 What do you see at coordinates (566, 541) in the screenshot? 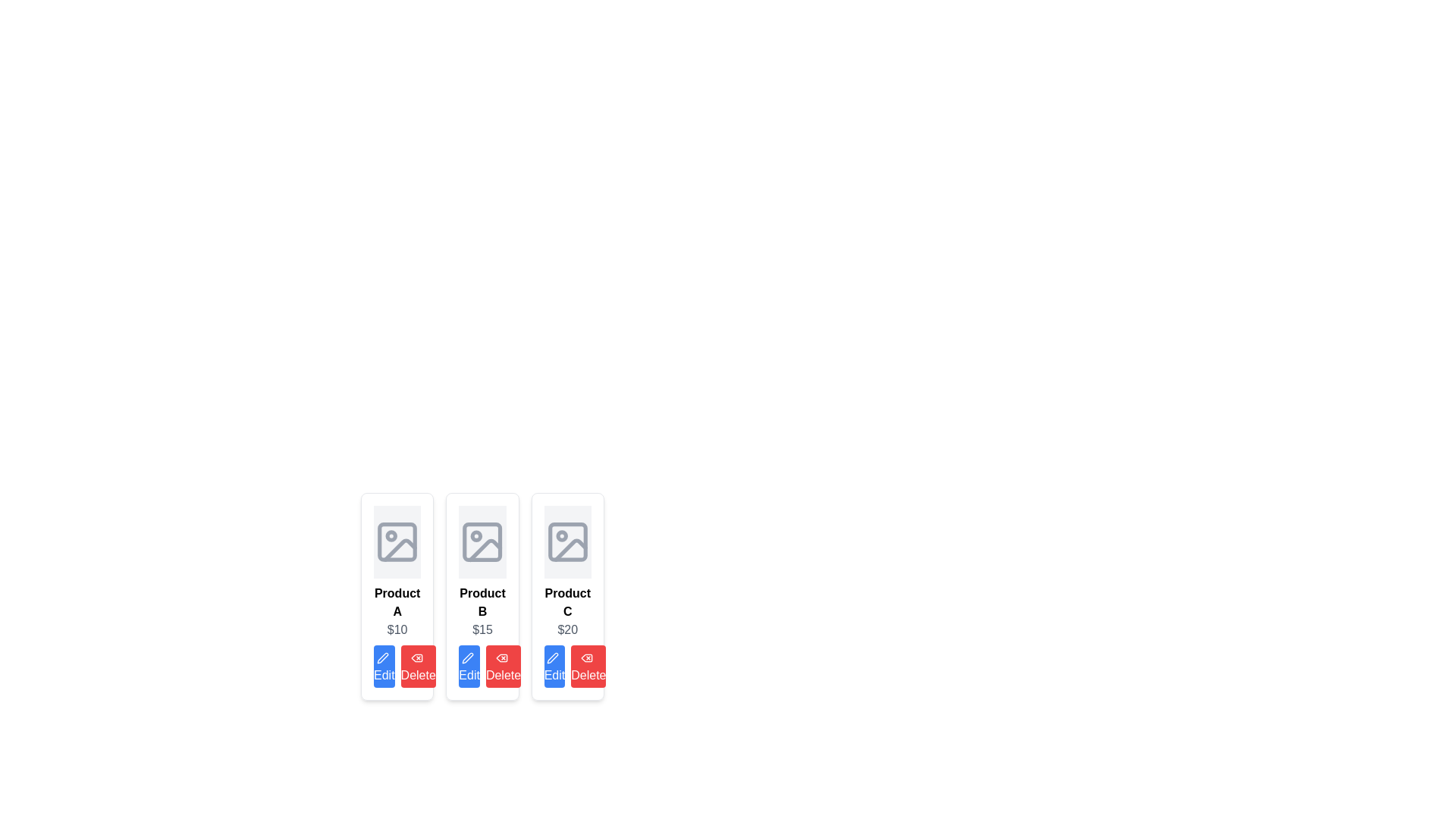
I see `the square graphical base element with rounded corners in the 'Product C' card, which is located towards the upper center portion of the card` at bounding box center [566, 541].